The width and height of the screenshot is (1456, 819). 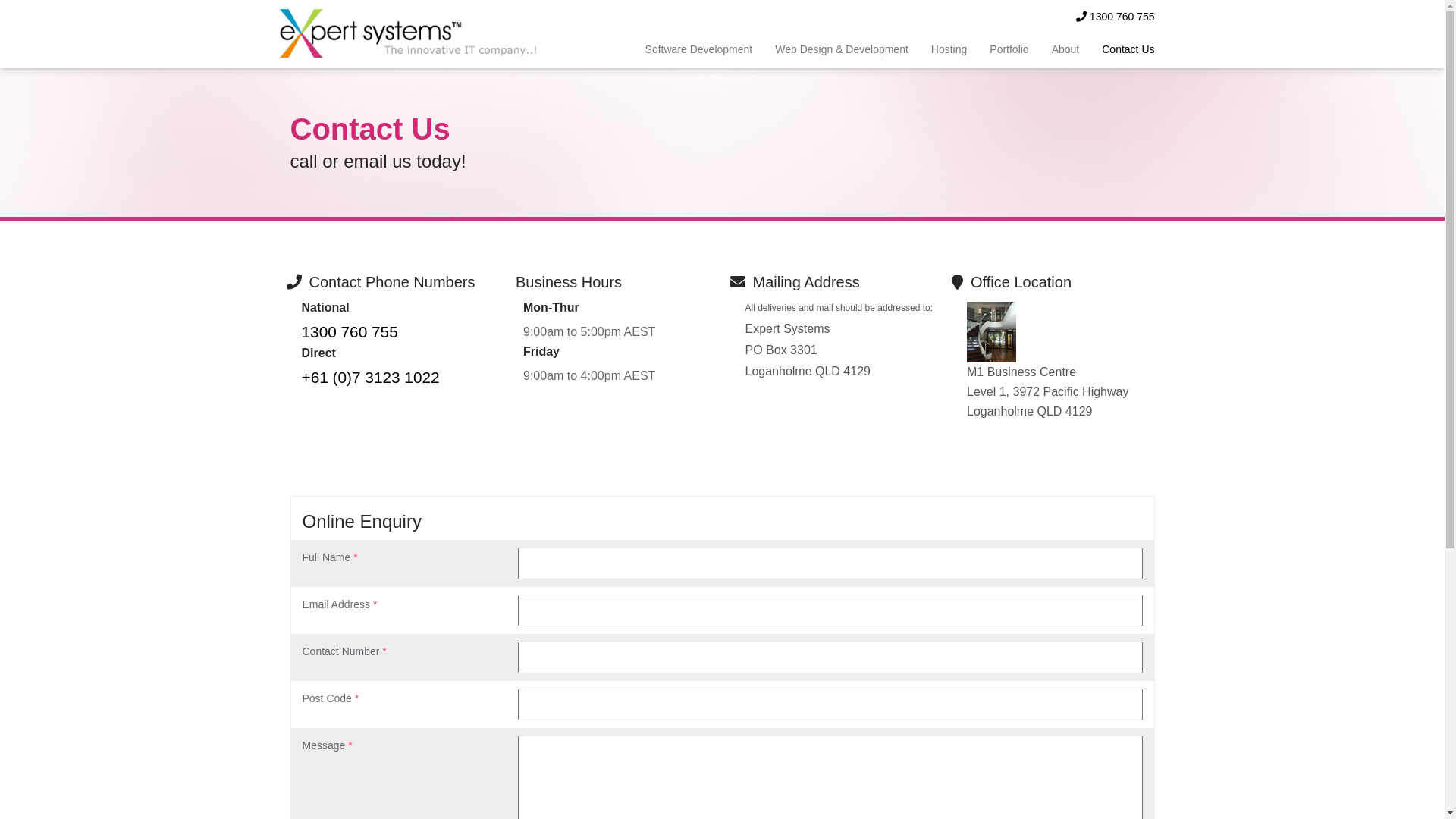 What do you see at coordinates (840, 49) in the screenshot?
I see `'Web Design & Development'` at bounding box center [840, 49].